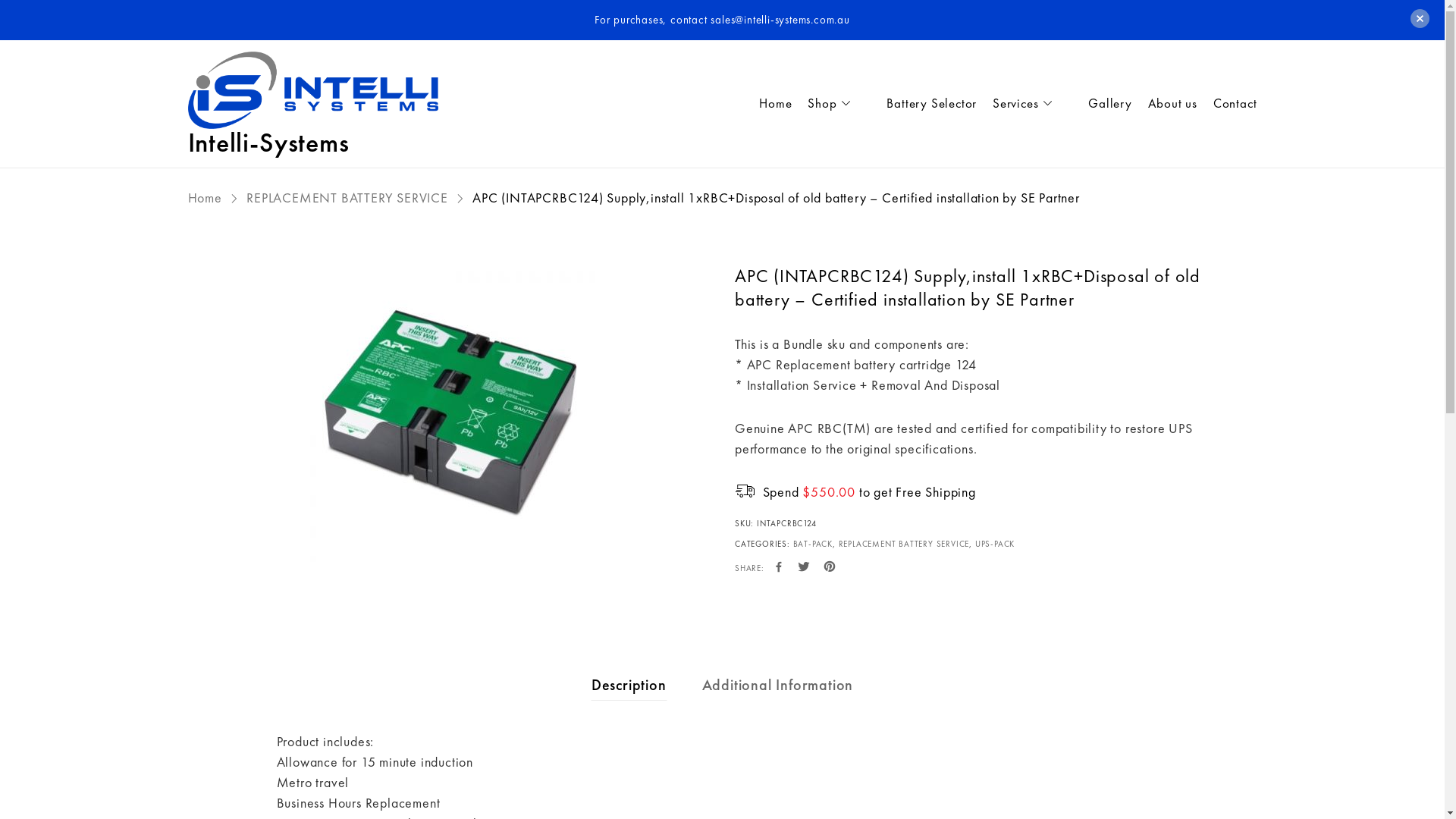 The image size is (1456, 819). What do you see at coordinates (811, 543) in the screenshot?
I see `'BAT-PACK'` at bounding box center [811, 543].